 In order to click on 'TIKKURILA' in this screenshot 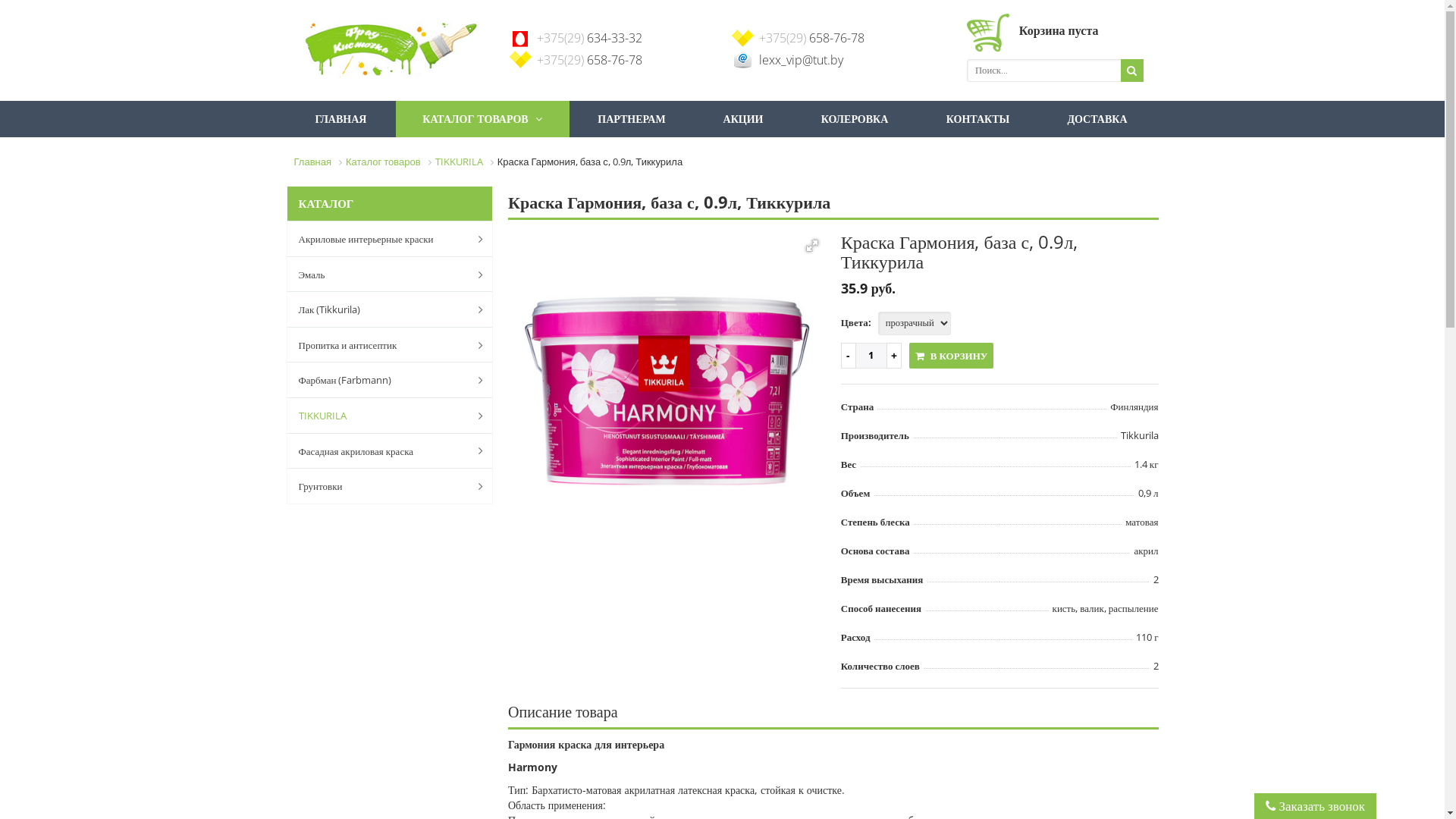, I will do `click(458, 161)`.